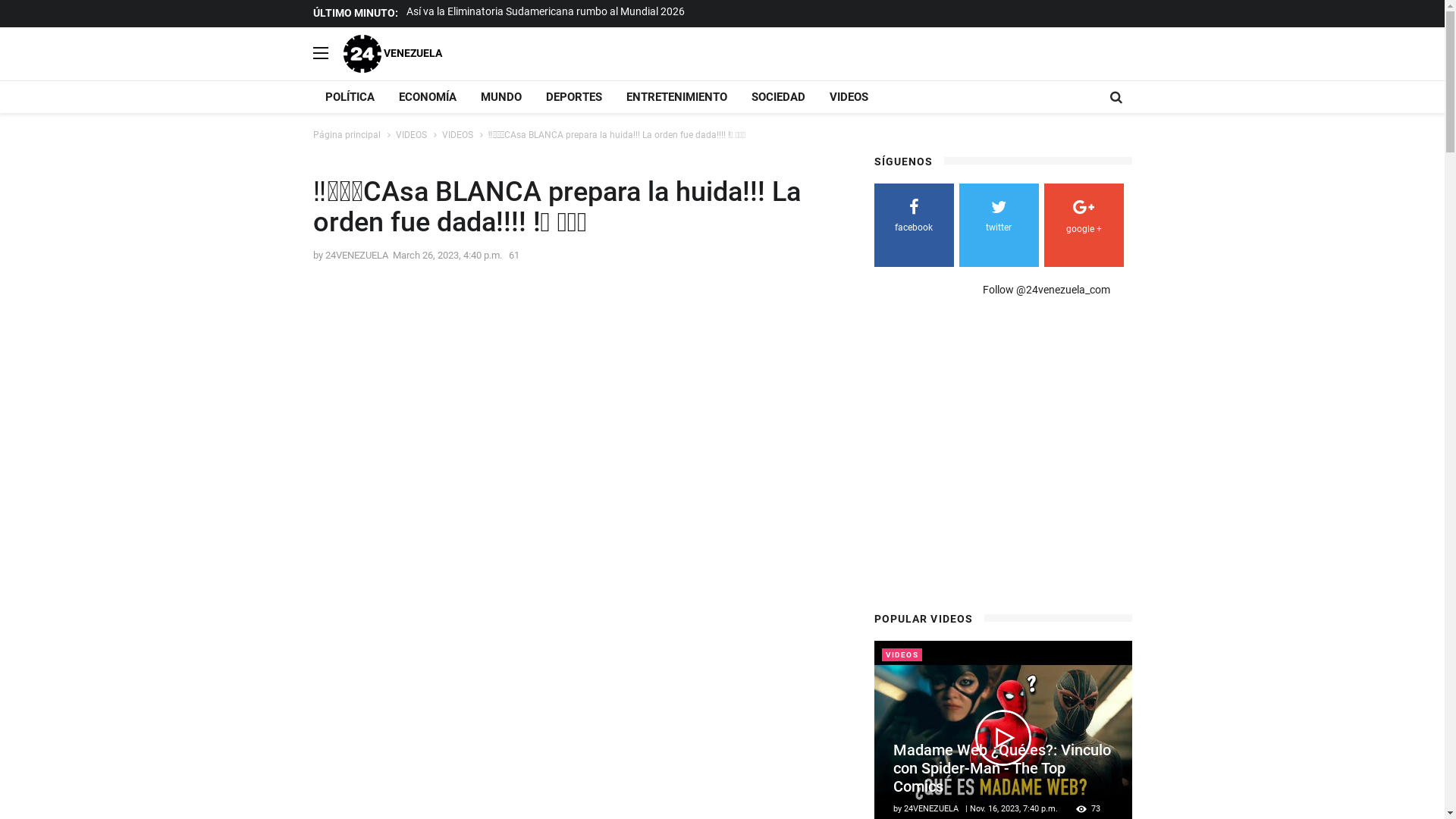 This screenshot has width=1456, height=819. Describe the element at coordinates (456, 133) in the screenshot. I see `'VIDEOS'` at that location.